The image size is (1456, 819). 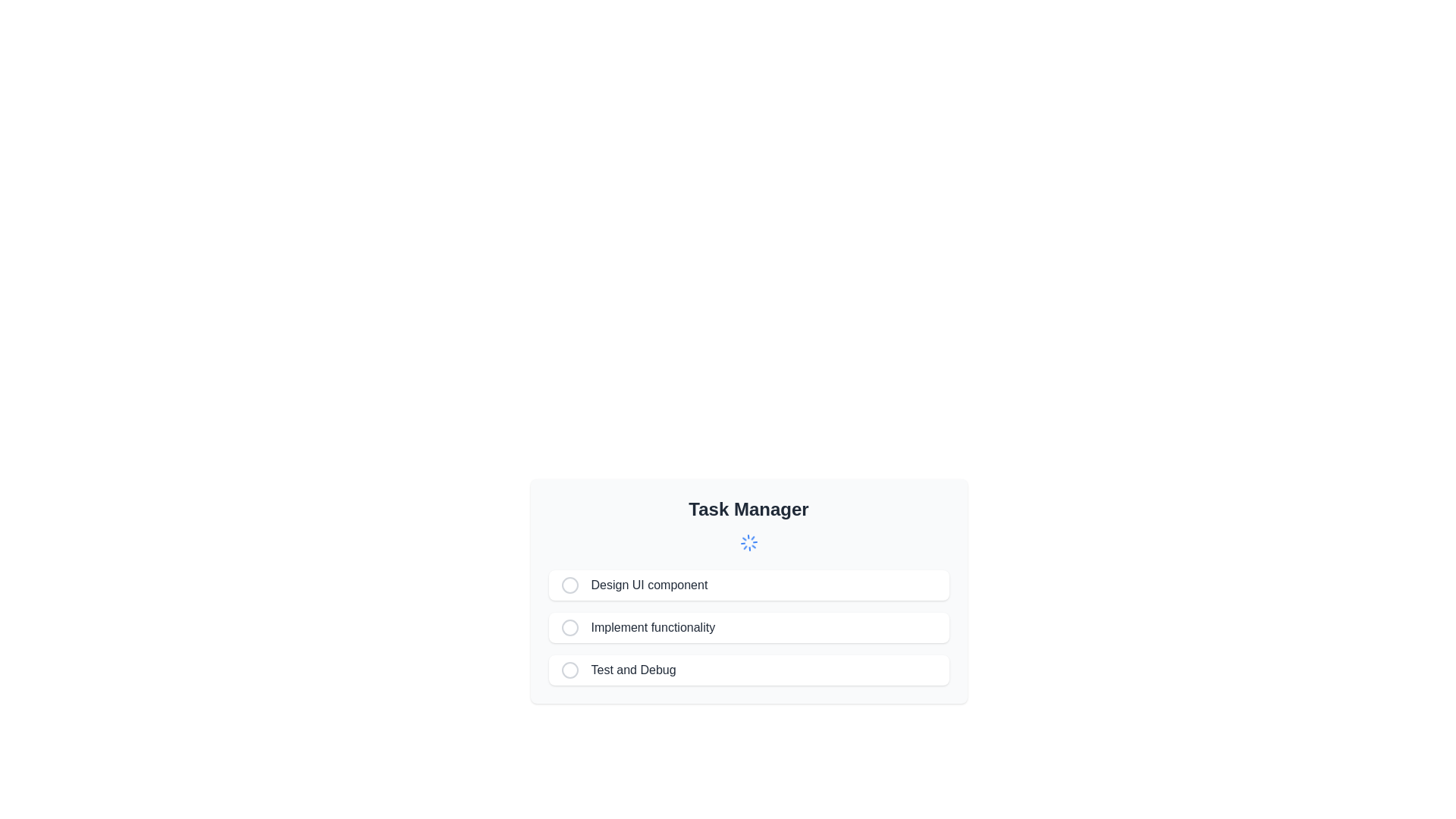 I want to click on the circular marker in the 'Task Manager' section, so click(x=569, y=669).